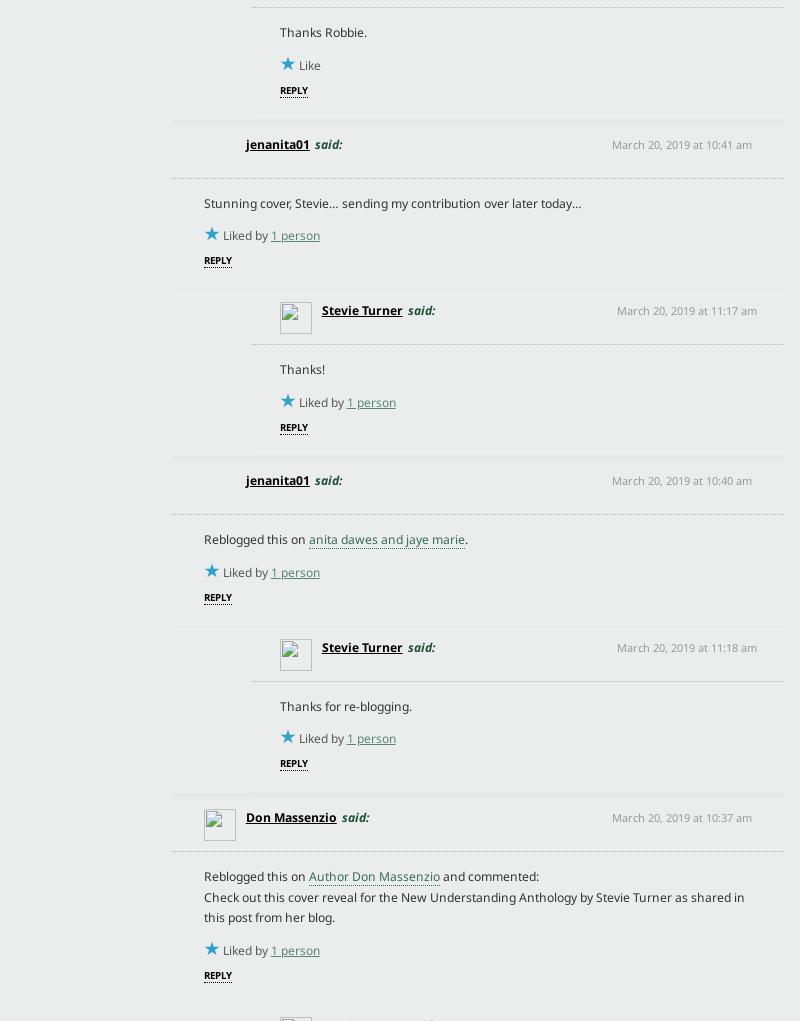 This screenshot has width=800, height=1021. What do you see at coordinates (464, 539) in the screenshot?
I see `'.'` at bounding box center [464, 539].